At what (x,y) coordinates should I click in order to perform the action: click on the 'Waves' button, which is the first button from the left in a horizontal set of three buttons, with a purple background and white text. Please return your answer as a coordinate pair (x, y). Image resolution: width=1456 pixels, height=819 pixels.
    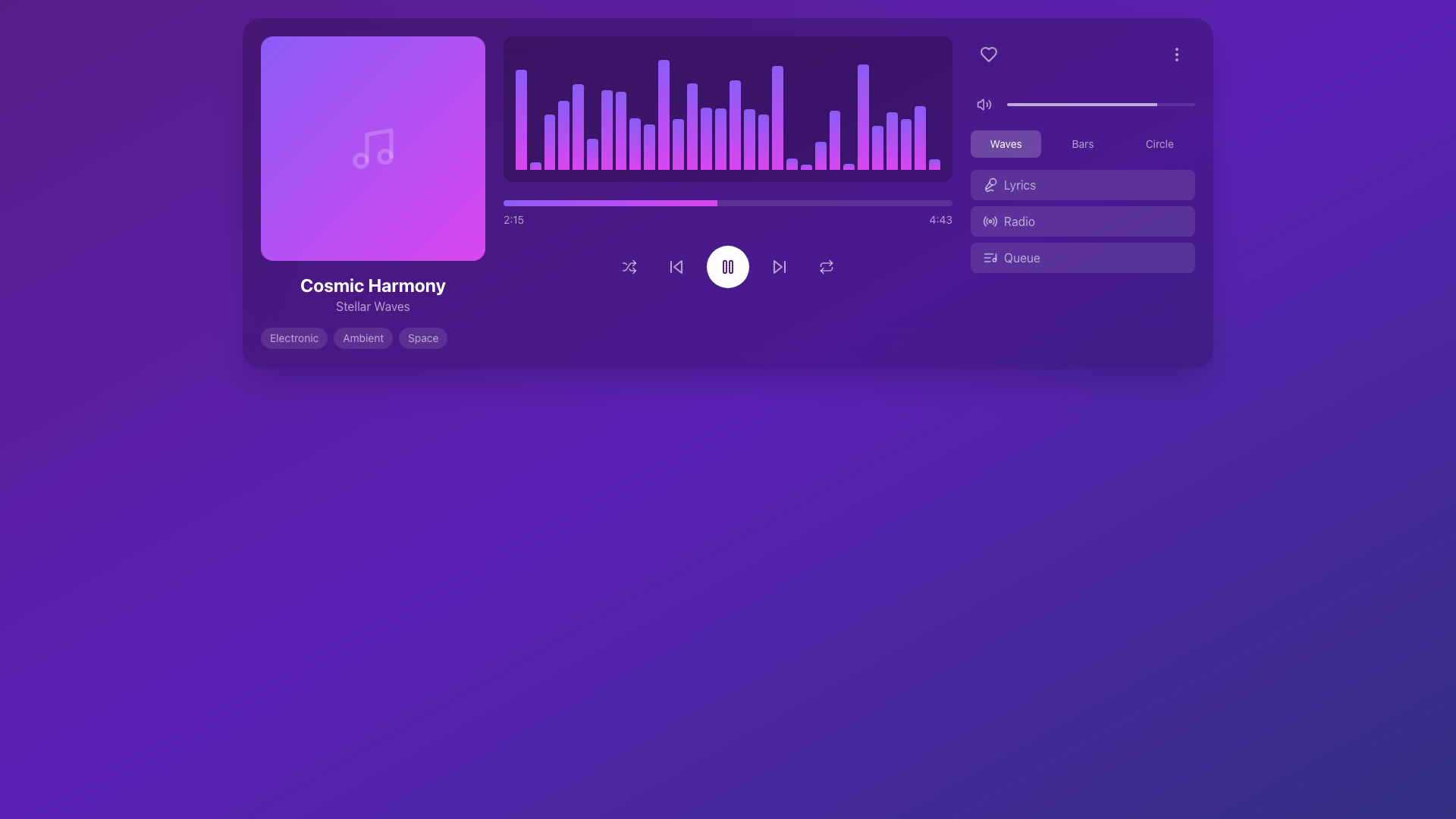
    Looking at the image, I should click on (1006, 143).